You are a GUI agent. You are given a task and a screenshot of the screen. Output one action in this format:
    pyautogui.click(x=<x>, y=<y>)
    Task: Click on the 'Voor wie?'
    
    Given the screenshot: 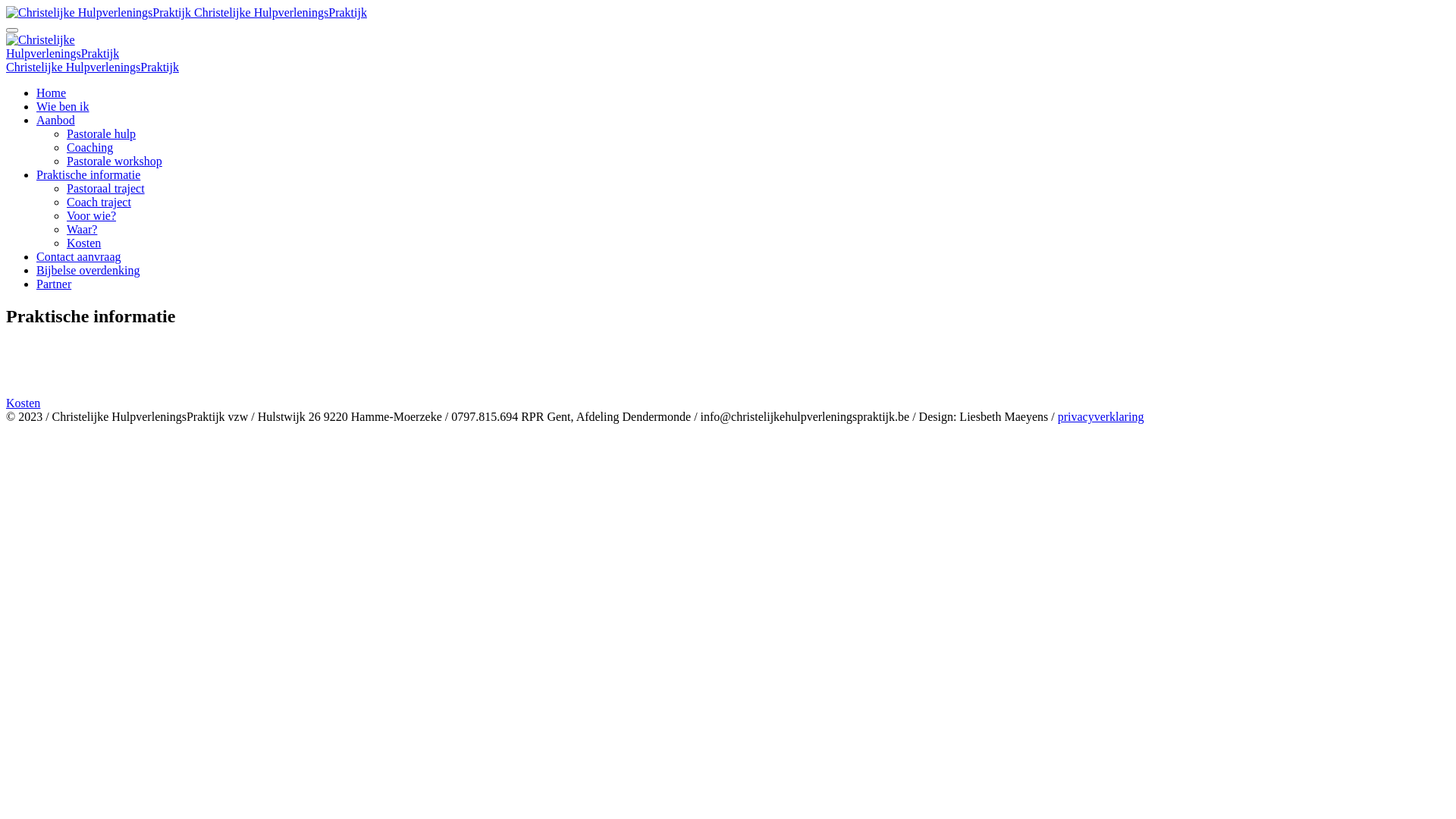 What is the action you would take?
    pyautogui.click(x=90, y=215)
    